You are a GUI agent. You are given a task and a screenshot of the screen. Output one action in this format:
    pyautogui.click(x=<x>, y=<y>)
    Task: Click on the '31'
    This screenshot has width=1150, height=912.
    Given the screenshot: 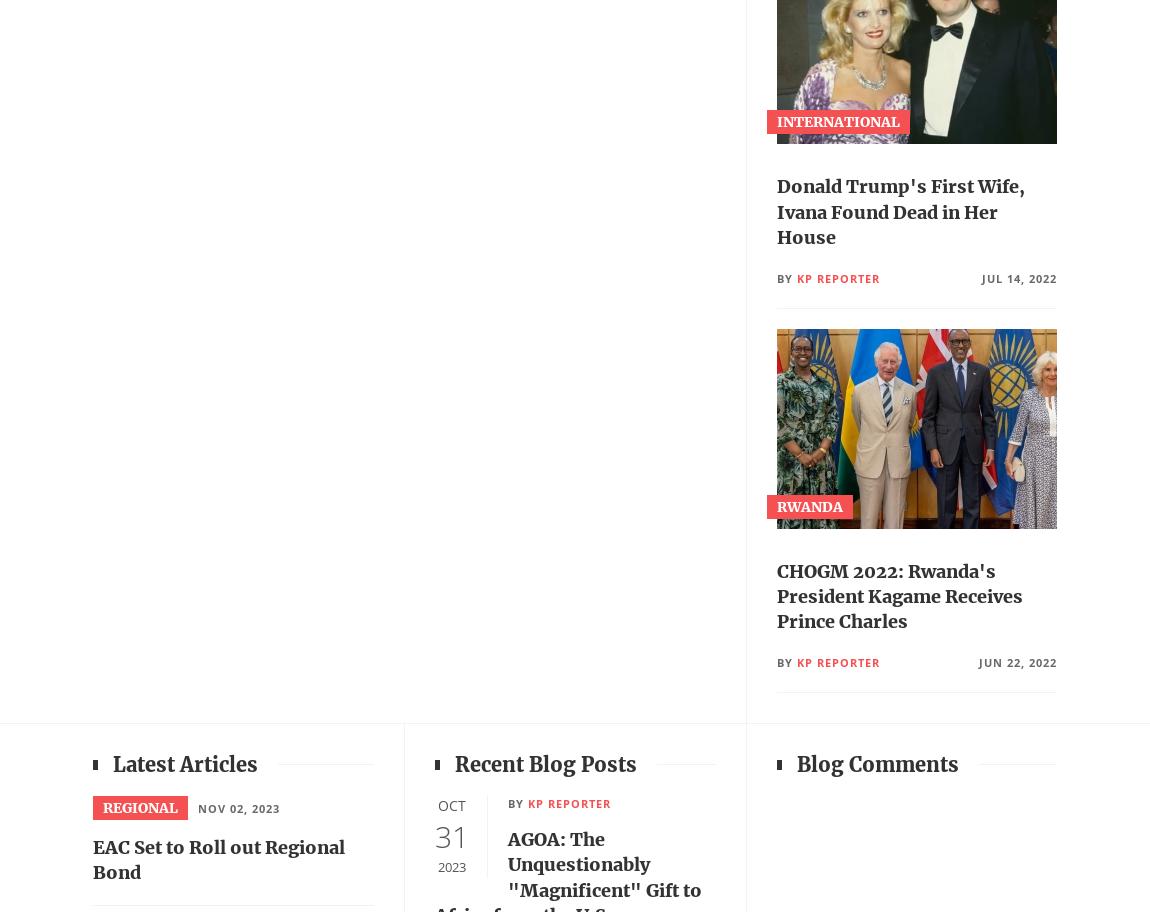 What is the action you would take?
    pyautogui.click(x=451, y=836)
    